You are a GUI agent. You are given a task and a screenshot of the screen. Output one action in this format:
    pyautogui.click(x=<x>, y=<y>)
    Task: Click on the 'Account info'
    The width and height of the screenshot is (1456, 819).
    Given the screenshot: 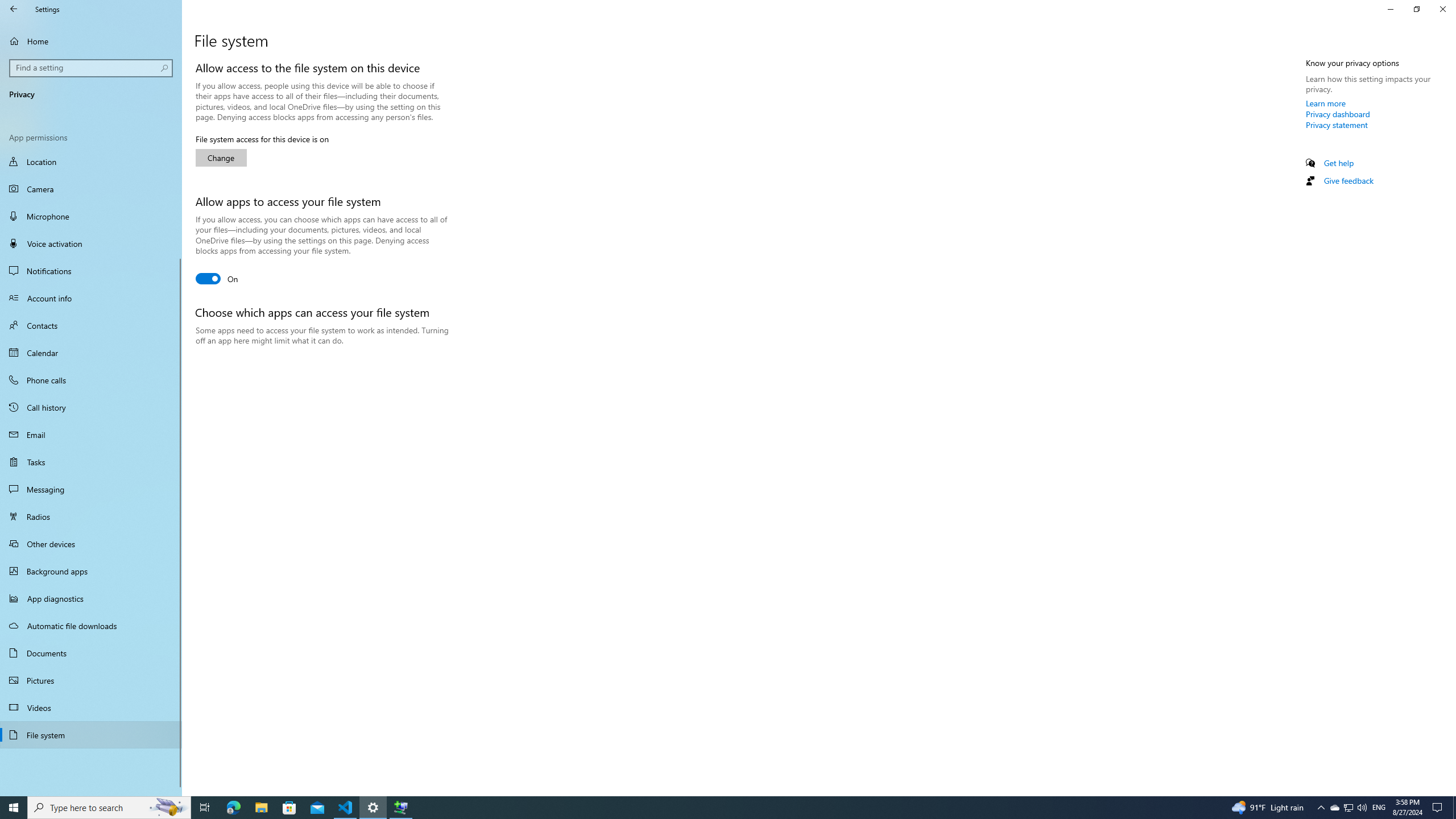 What is the action you would take?
    pyautogui.click(x=90, y=298)
    